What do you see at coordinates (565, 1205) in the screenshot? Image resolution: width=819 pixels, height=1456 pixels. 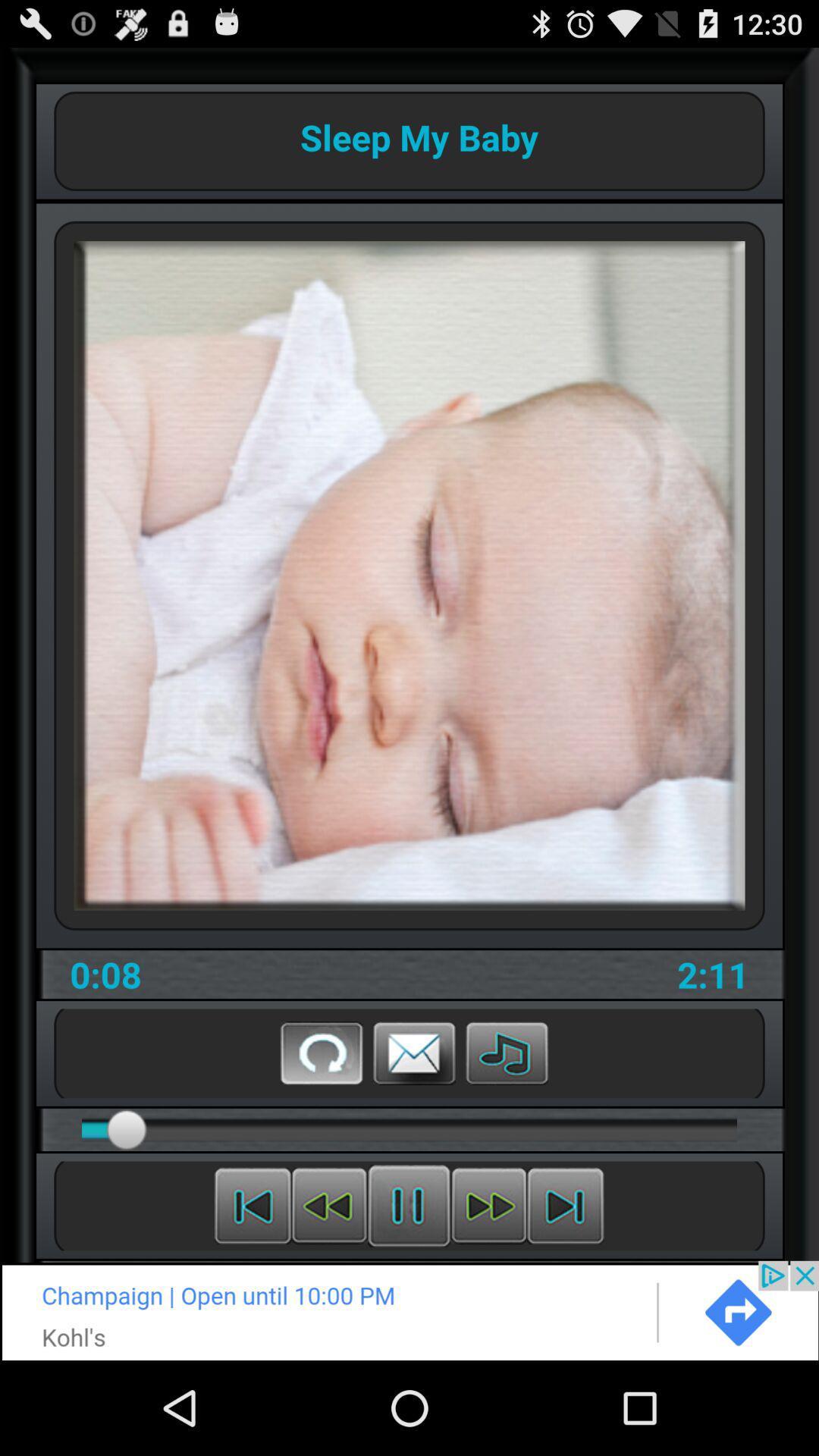 I see `skip to next audio` at bounding box center [565, 1205].